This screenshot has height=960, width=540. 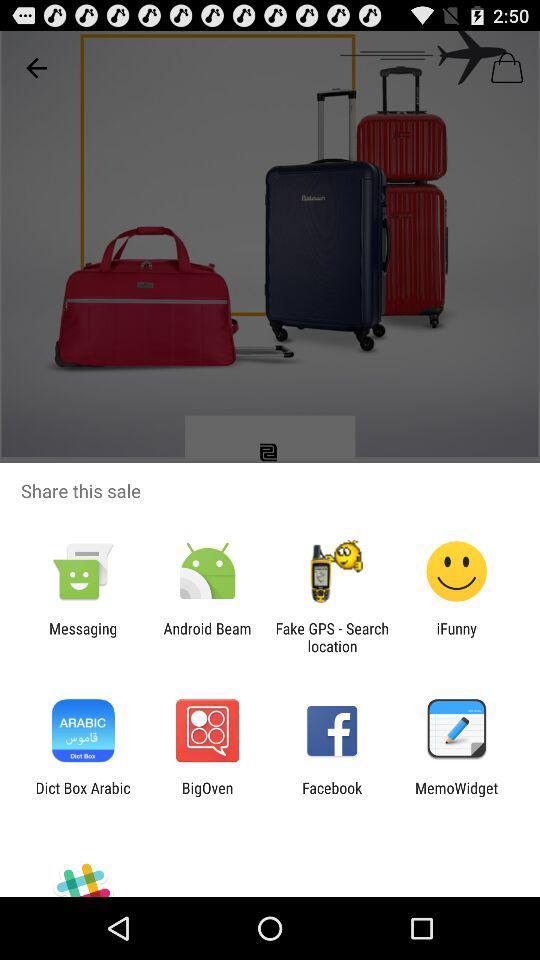 I want to click on the item to the right of the dict box arabic app, so click(x=206, y=796).